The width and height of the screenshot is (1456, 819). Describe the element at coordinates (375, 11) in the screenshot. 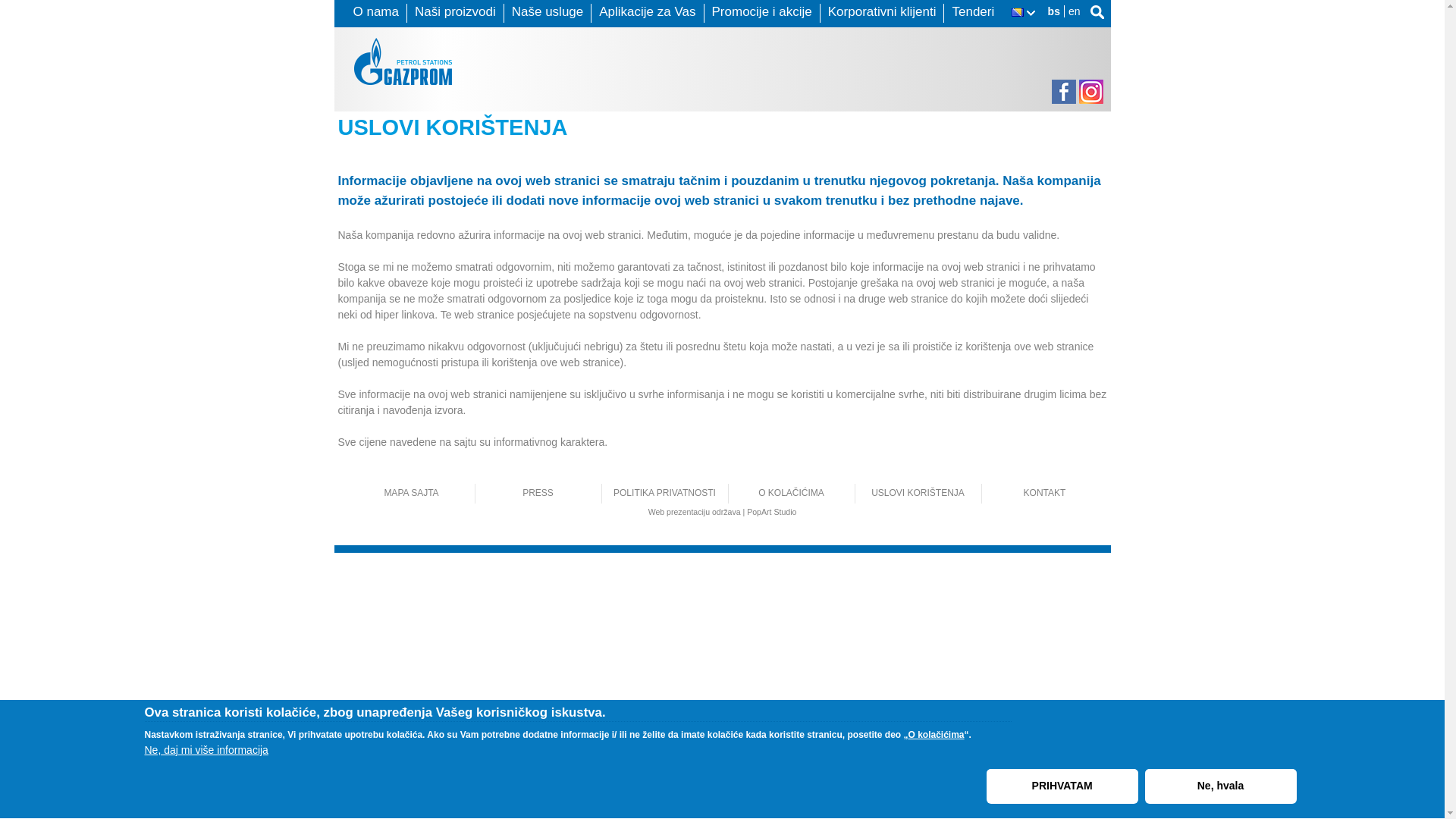

I see `'O nama'` at that location.